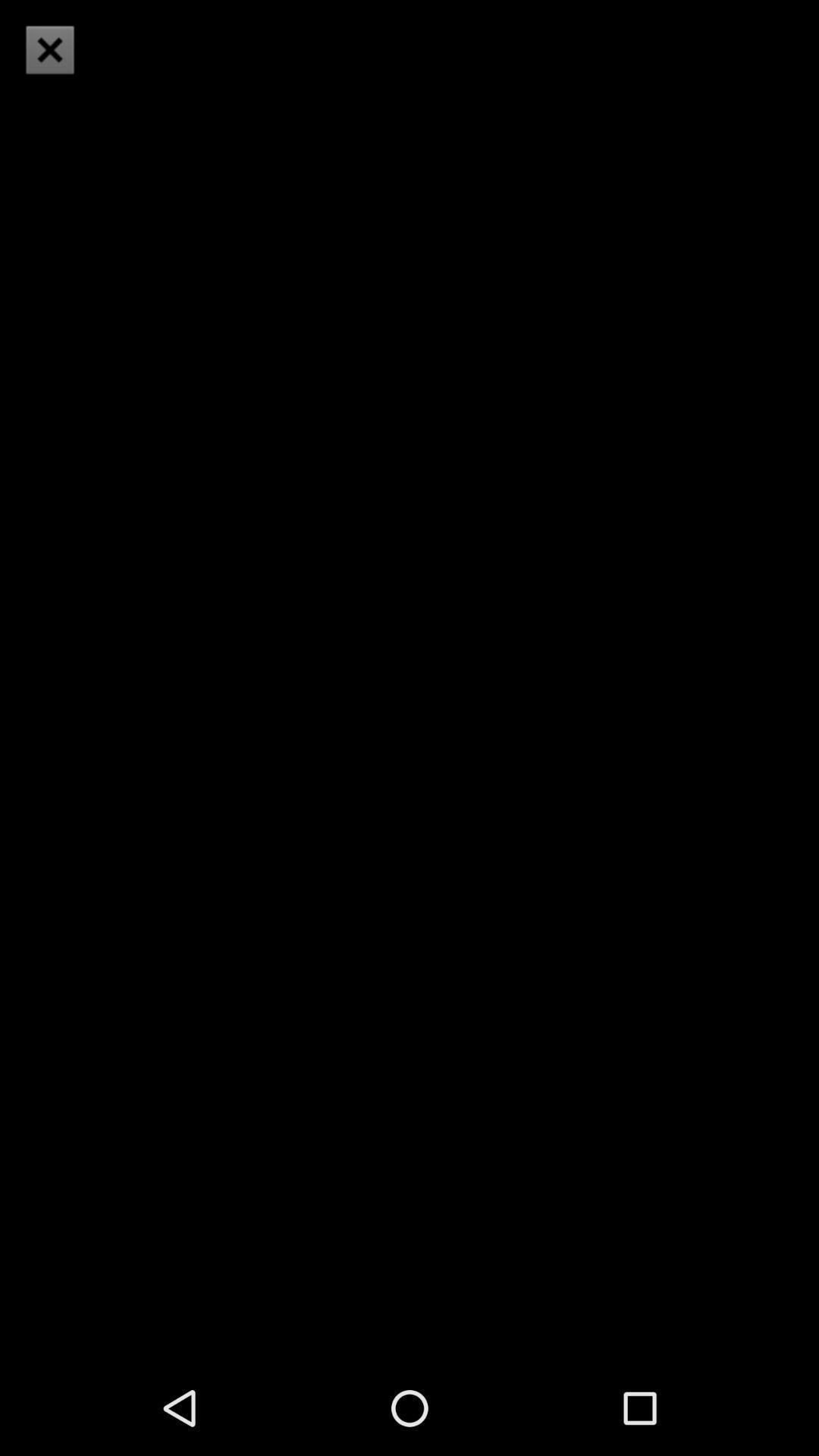 The height and width of the screenshot is (1456, 819). I want to click on the item at the top left corner, so click(49, 49).